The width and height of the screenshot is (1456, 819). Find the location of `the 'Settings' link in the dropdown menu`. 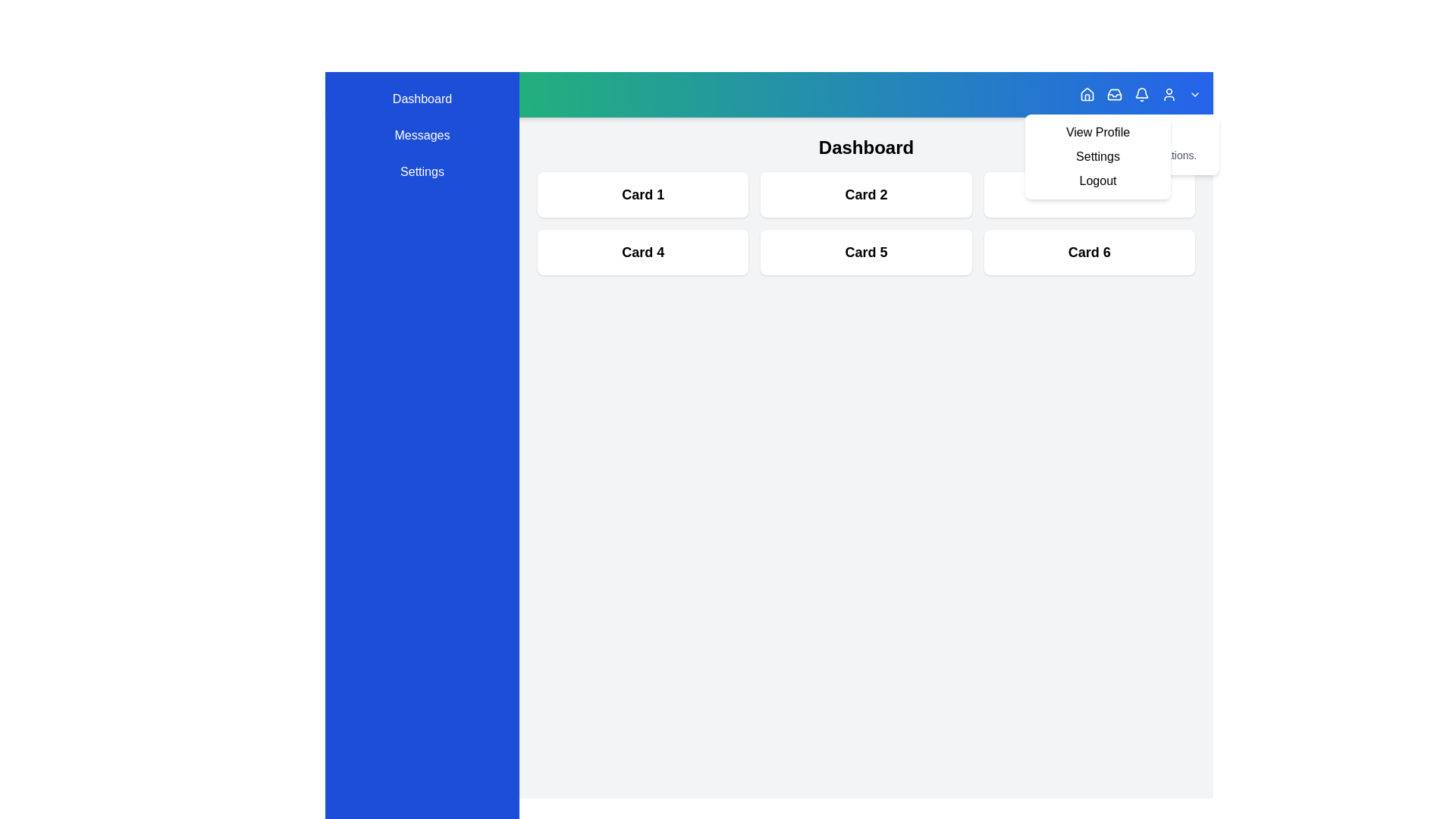

the 'Settings' link in the dropdown menu is located at coordinates (1098, 157).